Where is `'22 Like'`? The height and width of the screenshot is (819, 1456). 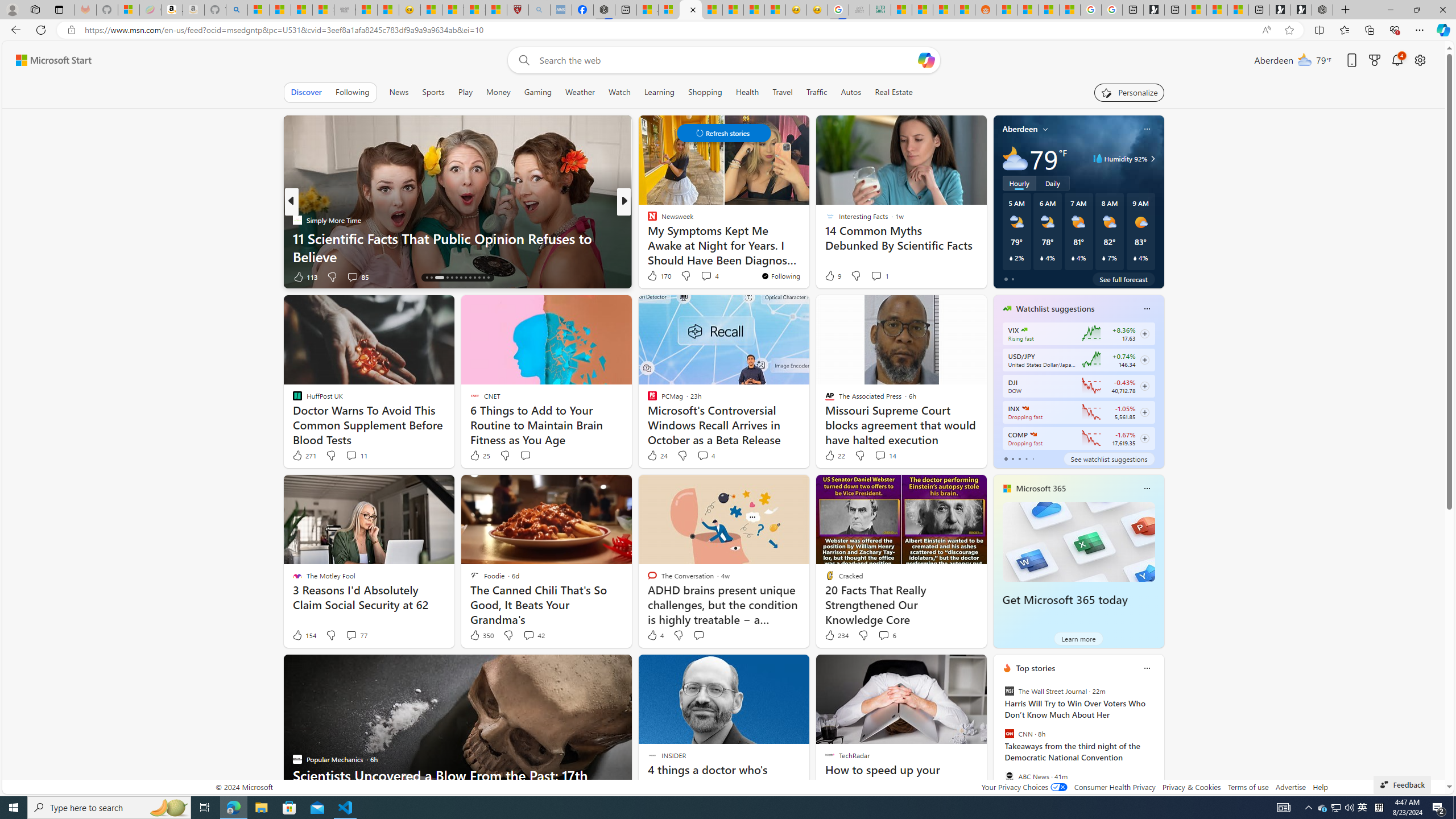
'22 Like' is located at coordinates (834, 455).